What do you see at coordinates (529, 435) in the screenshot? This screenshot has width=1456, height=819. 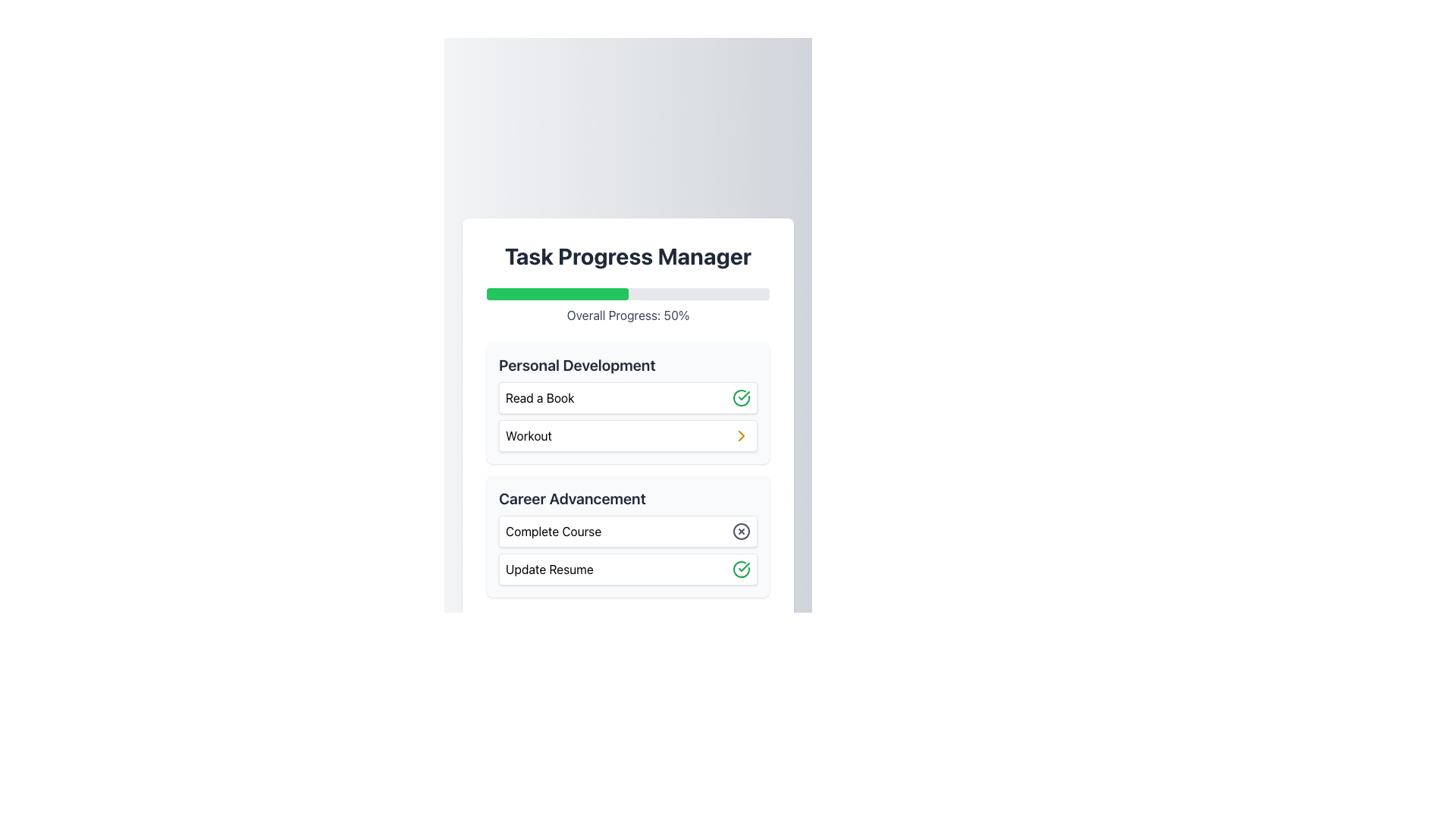 I see `the 'Workout' text label within the 'Personal Development' card, located below the 'Read a Book' task` at bounding box center [529, 435].